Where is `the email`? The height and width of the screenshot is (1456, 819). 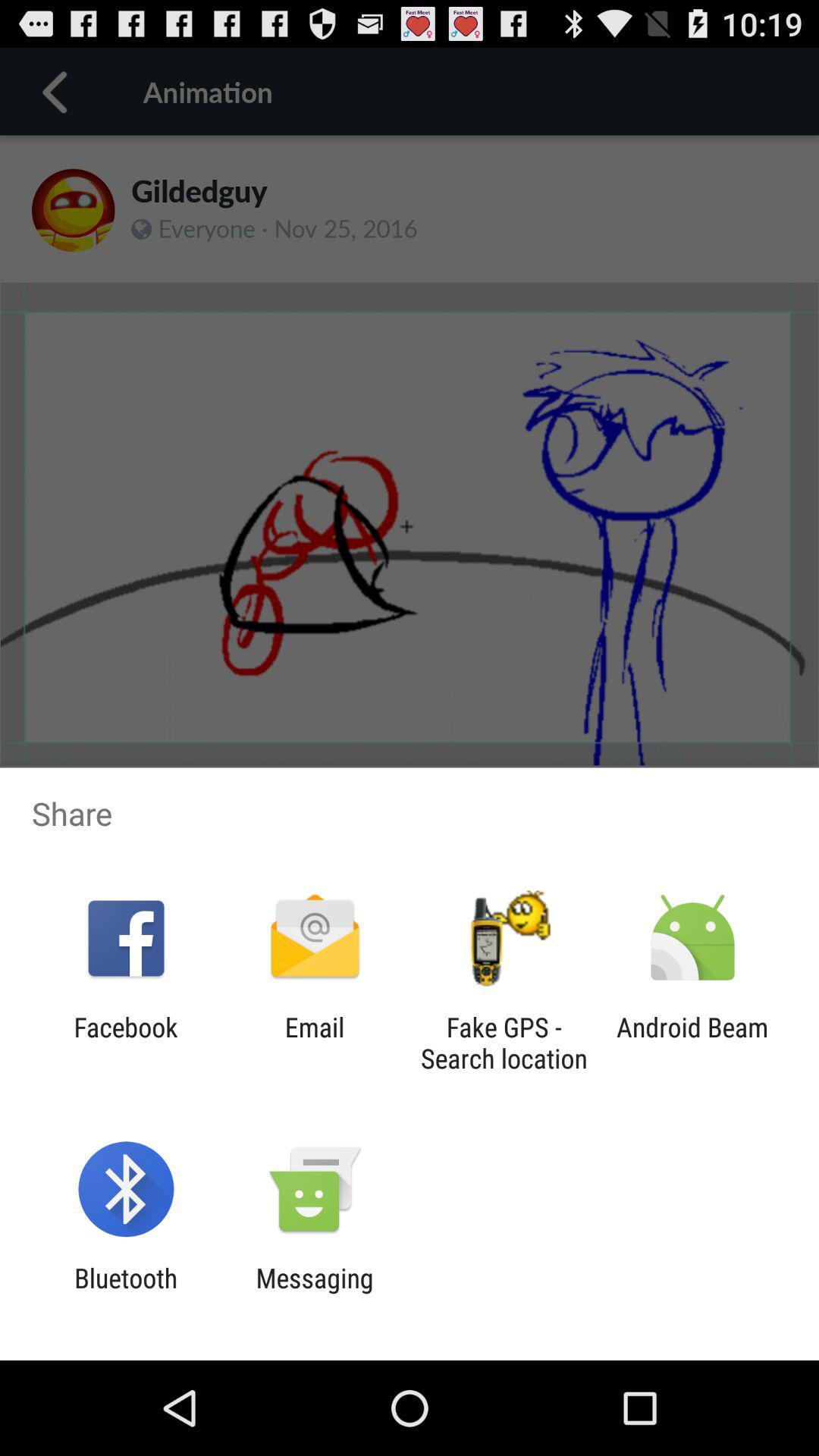
the email is located at coordinates (314, 1042).